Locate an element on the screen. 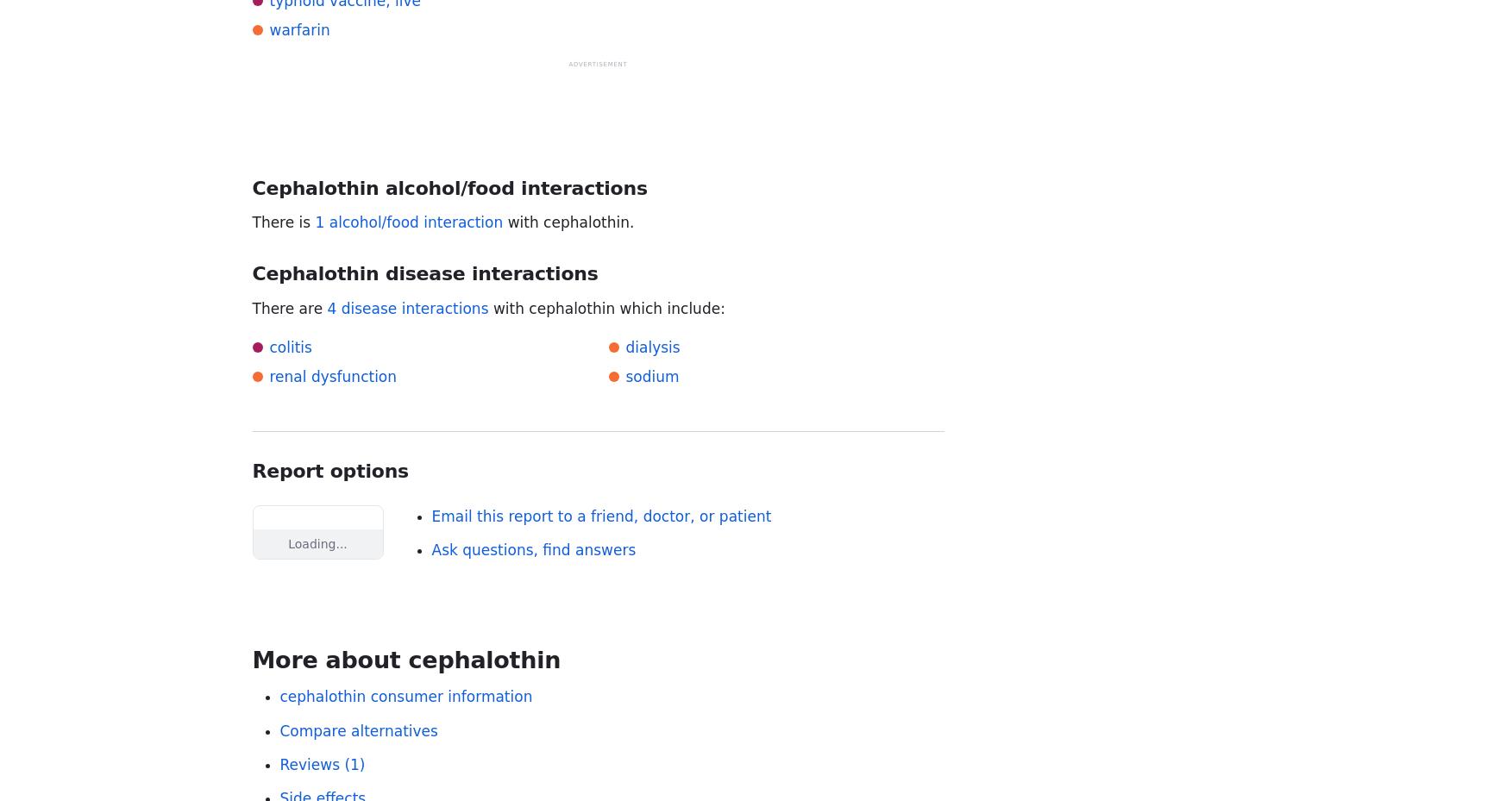 The image size is (1512, 801). 'Cephalothin disease interactions' is located at coordinates (424, 273).